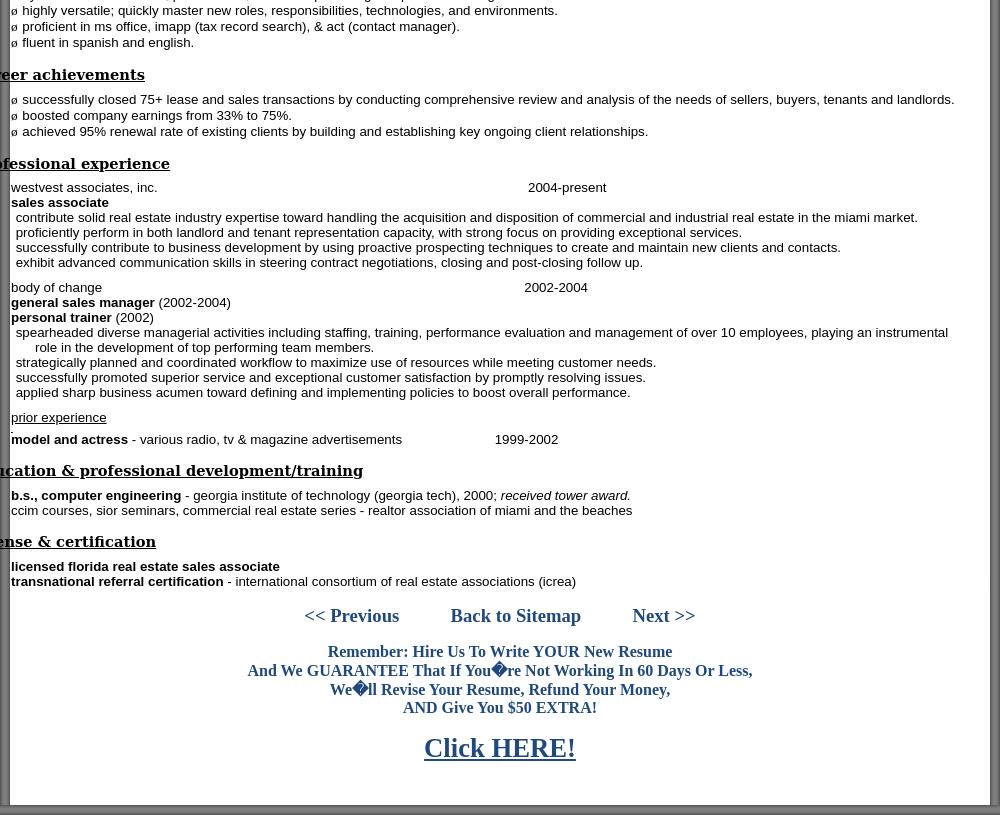 Image resolution: width=1000 pixels, height=815 pixels. Describe the element at coordinates (399, 580) in the screenshot. I see `'- international consortium of real estate associations
(icrea)'` at that location.